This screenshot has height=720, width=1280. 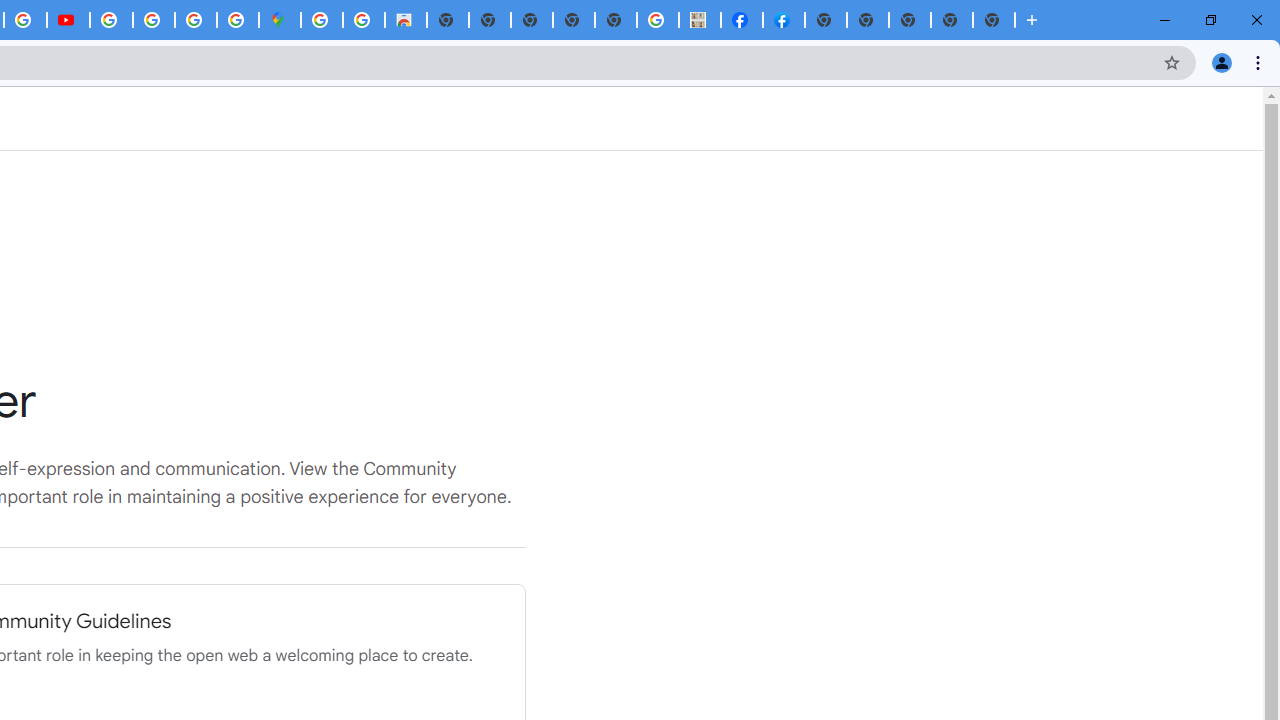 What do you see at coordinates (740, 20) in the screenshot?
I see `'Miley Cyrus | Facebook'` at bounding box center [740, 20].